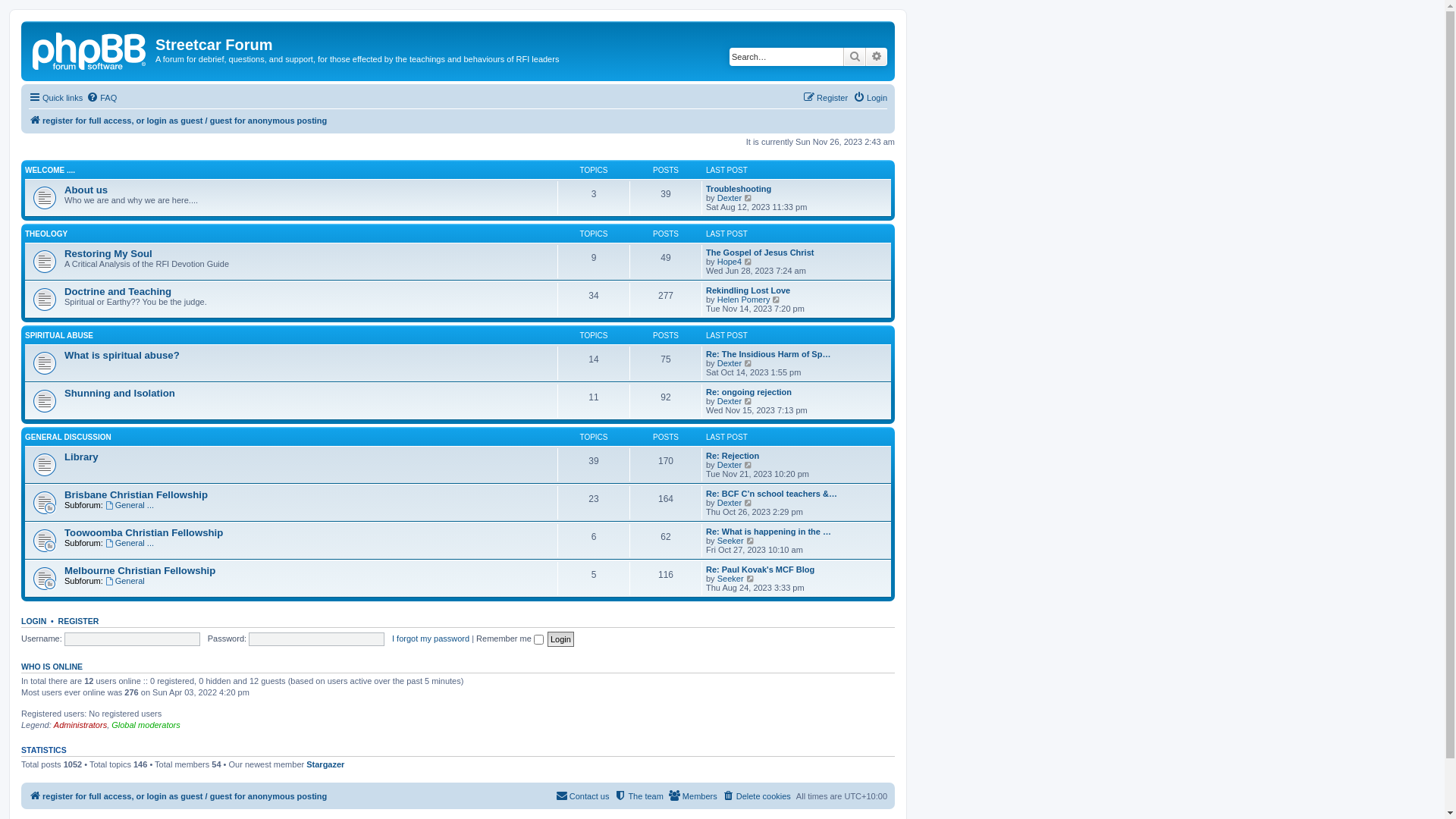 The image size is (1456, 819). What do you see at coordinates (324, 764) in the screenshot?
I see `'Stargazer'` at bounding box center [324, 764].